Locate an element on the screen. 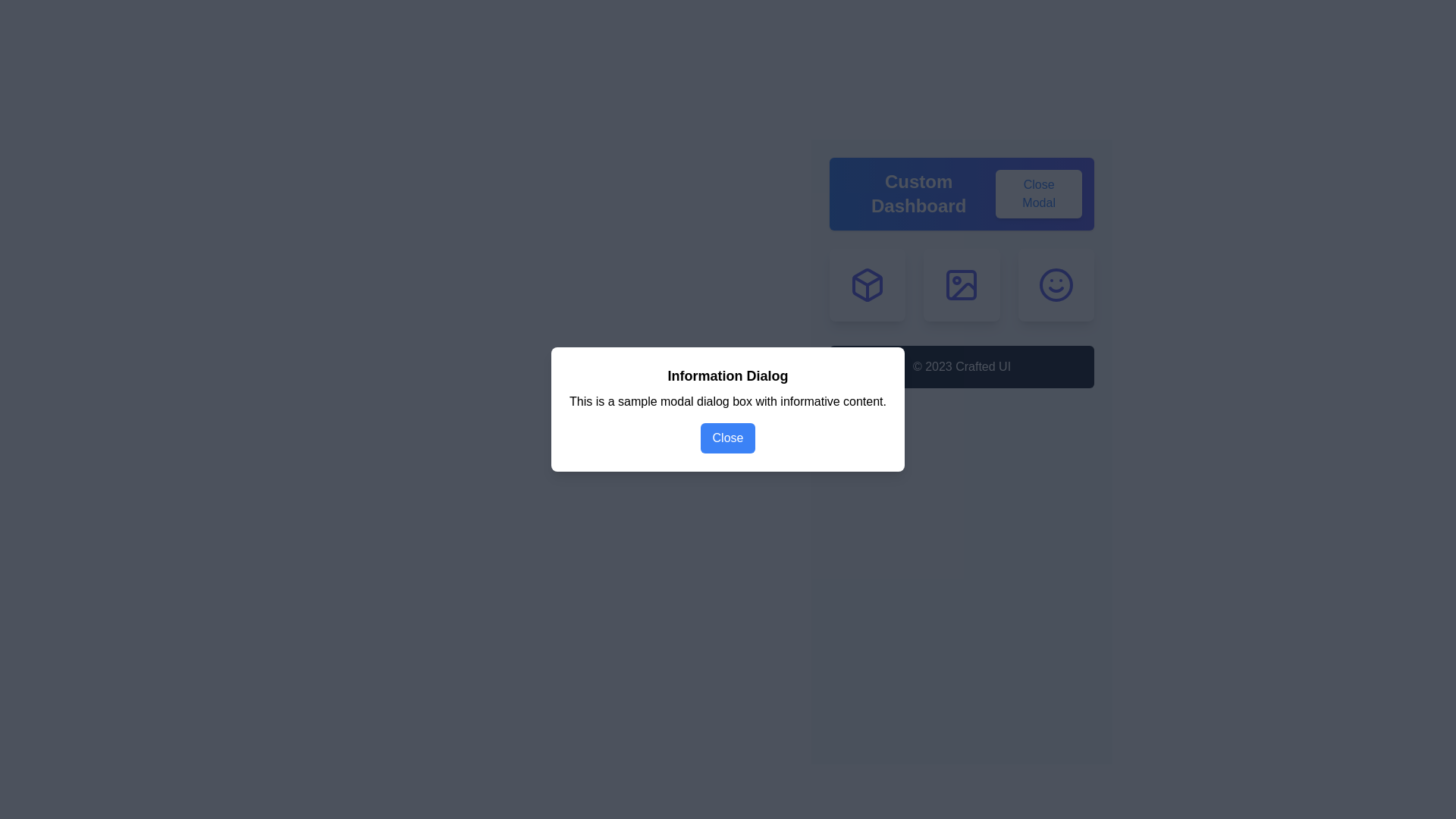  the smiley face icon, which is the third item in a horizontal grid layout under the 'Custom Dashboard' header is located at coordinates (1055, 284).